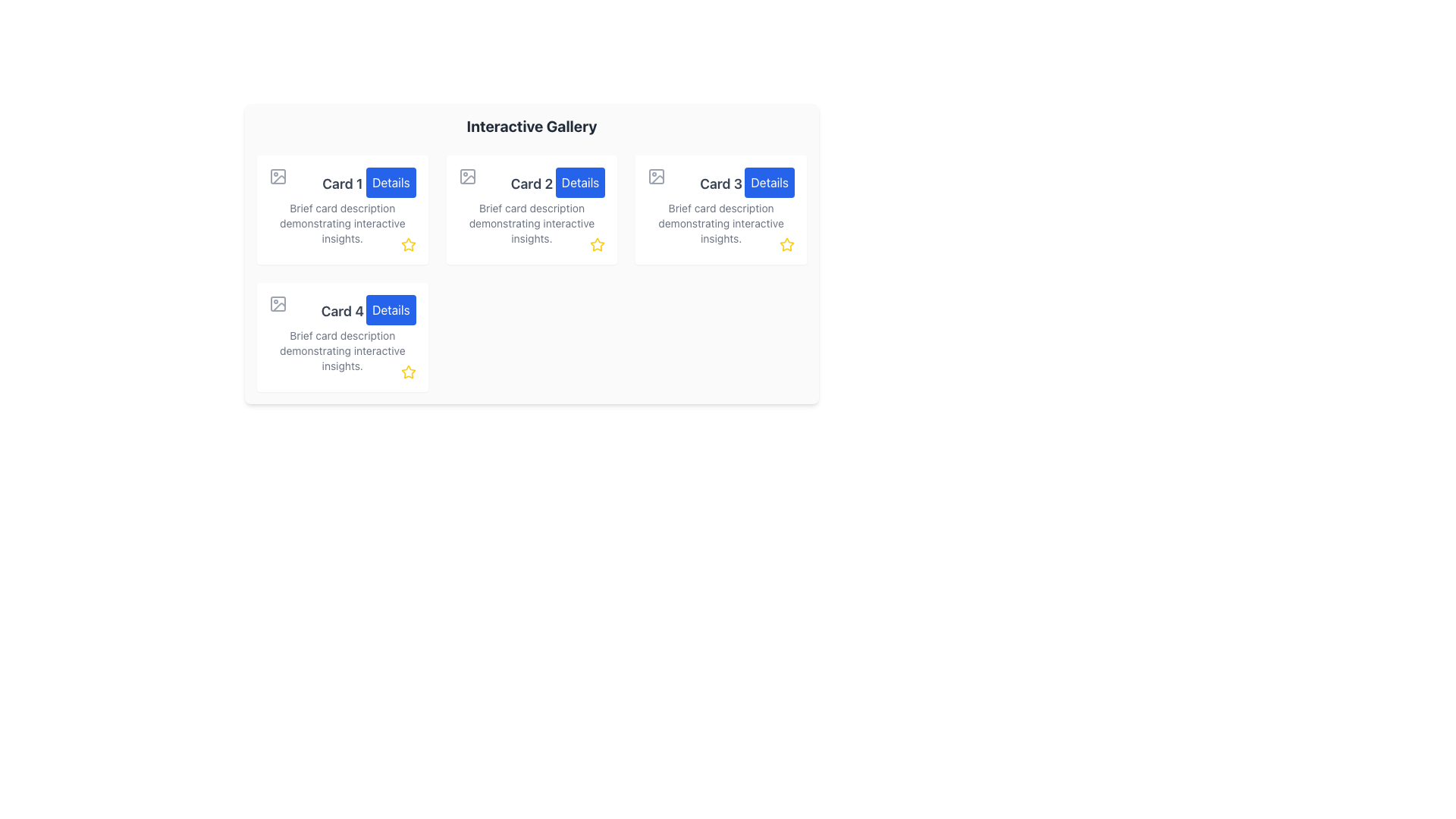 This screenshot has width=1456, height=819. I want to click on the center of the yellow star-shaped icon with a hollow area located at the bottom-right corner of 'Card 2' in the grid, so click(597, 244).